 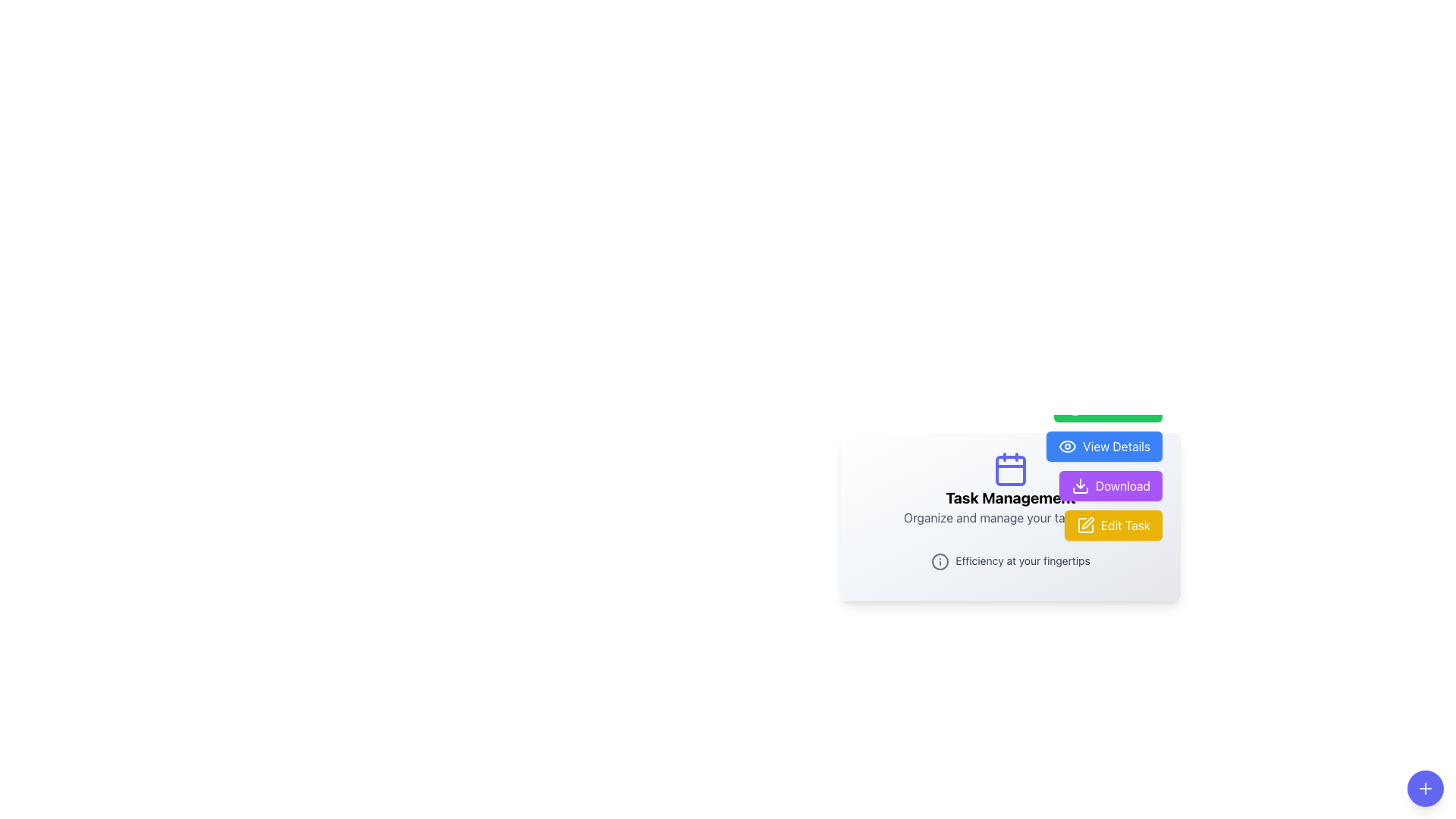 What do you see at coordinates (1122, 485) in the screenshot?
I see `the 'Download' text component, which is displayed in white font on a purple rectangular background with rounded corners, located in the lower-left corner of the interface` at bounding box center [1122, 485].